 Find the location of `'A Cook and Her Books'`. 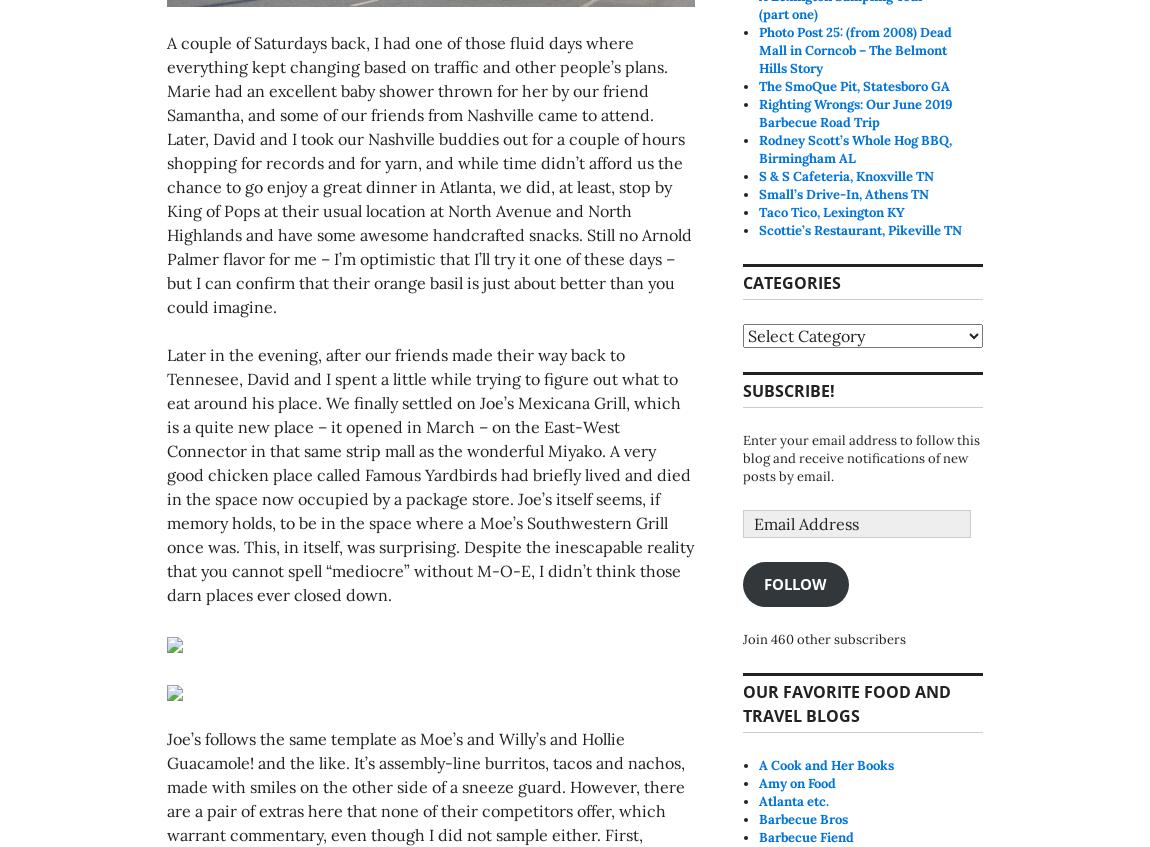

'A Cook and Her Books' is located at coordinates (825, 764).